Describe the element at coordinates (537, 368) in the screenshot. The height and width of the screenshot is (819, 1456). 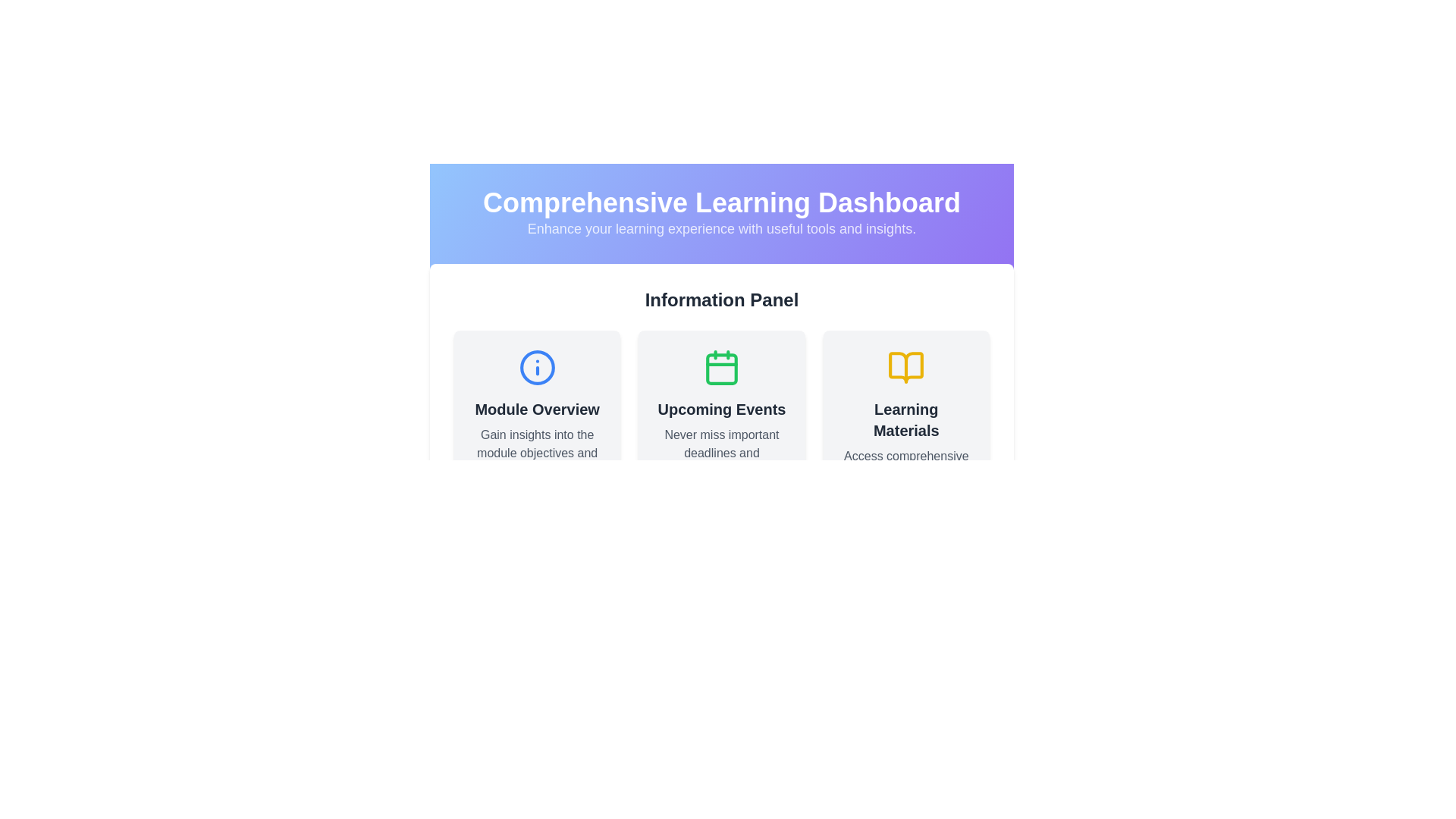
I see `the circular information icon with a blue outline located to the left of two other icons, beneath the 'Information Panel' header` at that location.